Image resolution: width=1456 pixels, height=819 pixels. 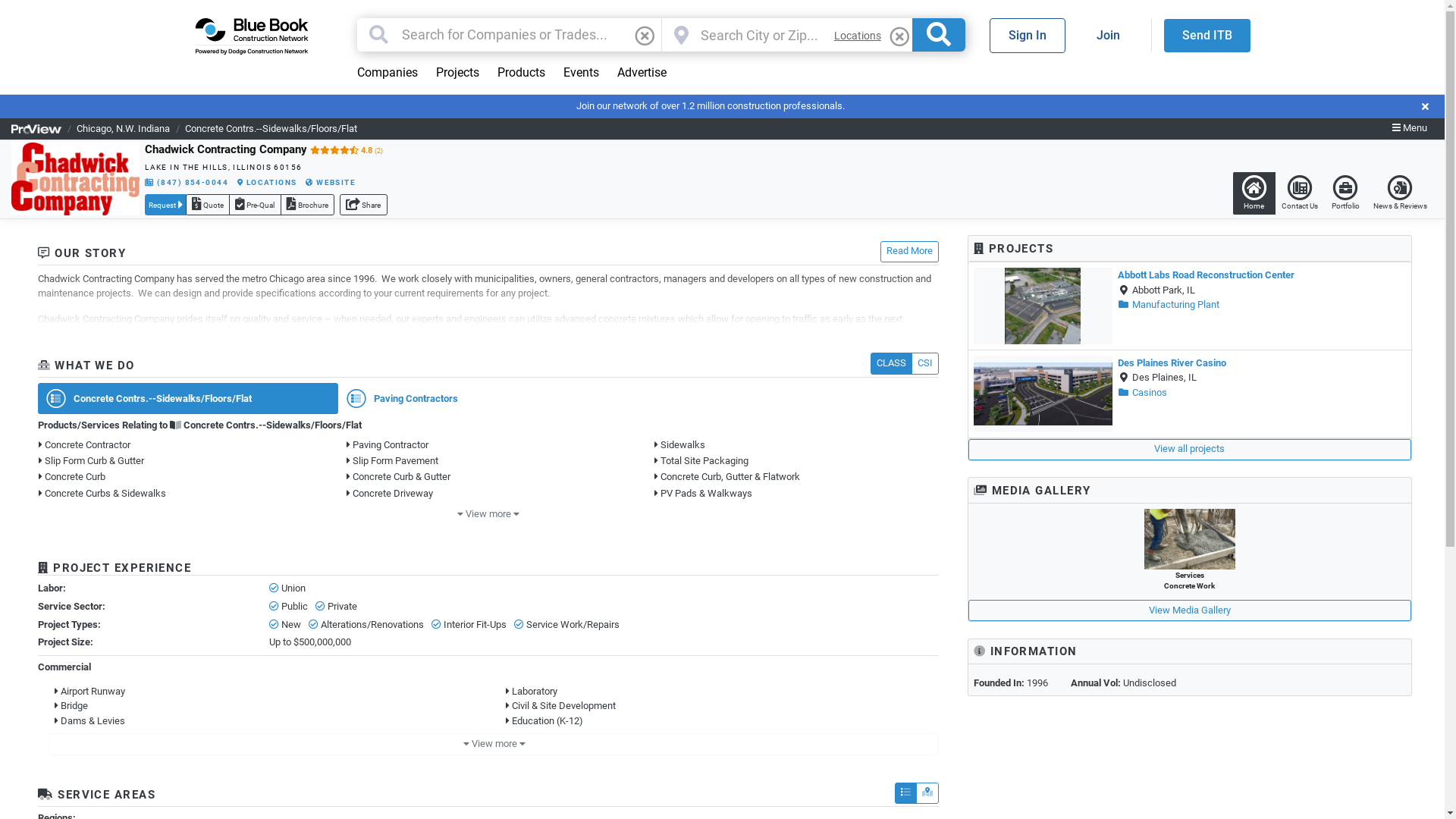 I want to click on 'Send ITB', so click(x=1205, y=34).